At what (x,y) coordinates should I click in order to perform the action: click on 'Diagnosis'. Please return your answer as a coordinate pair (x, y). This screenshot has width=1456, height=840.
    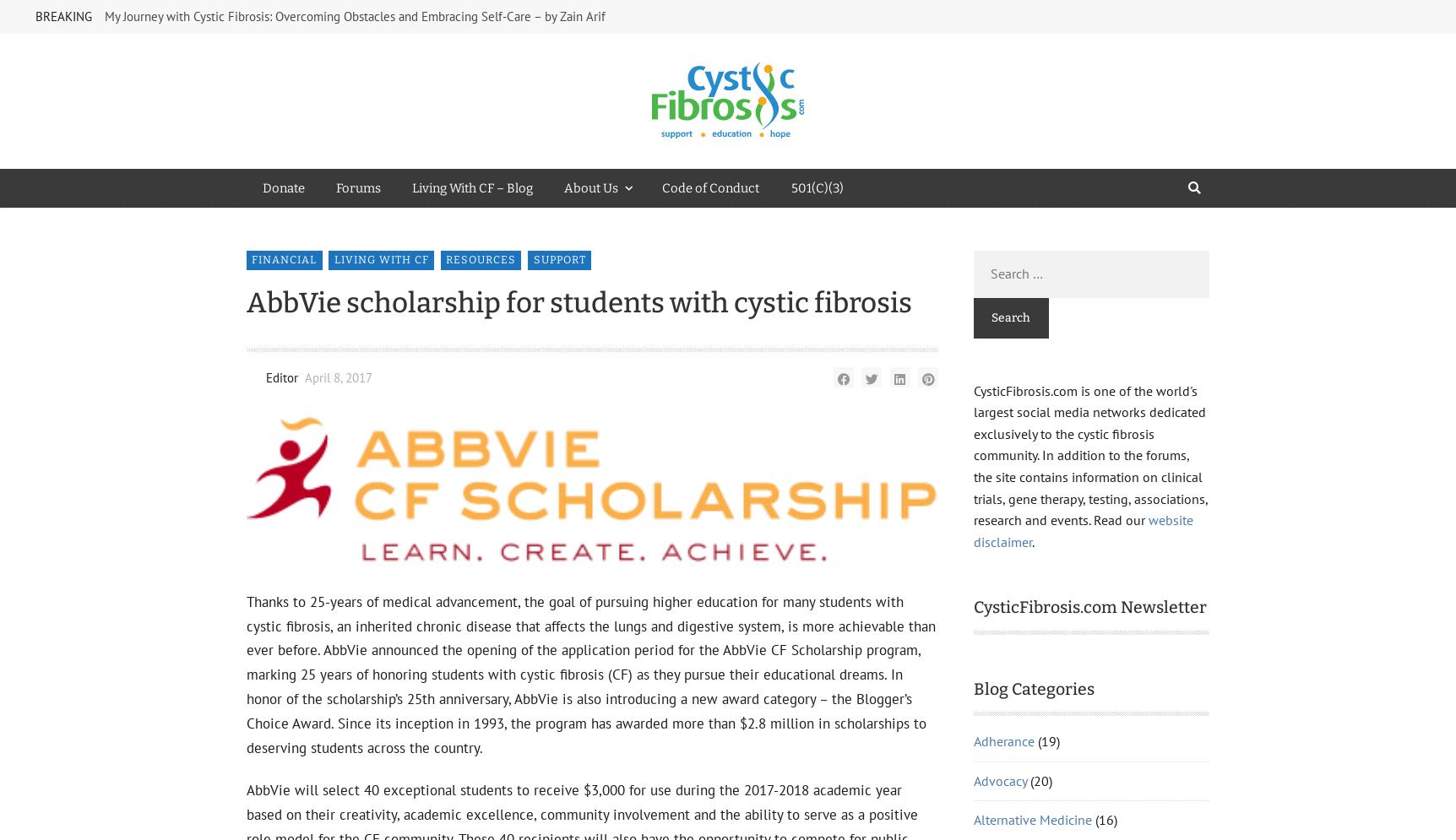
    Looking at the image, I should click on (1002, 288).